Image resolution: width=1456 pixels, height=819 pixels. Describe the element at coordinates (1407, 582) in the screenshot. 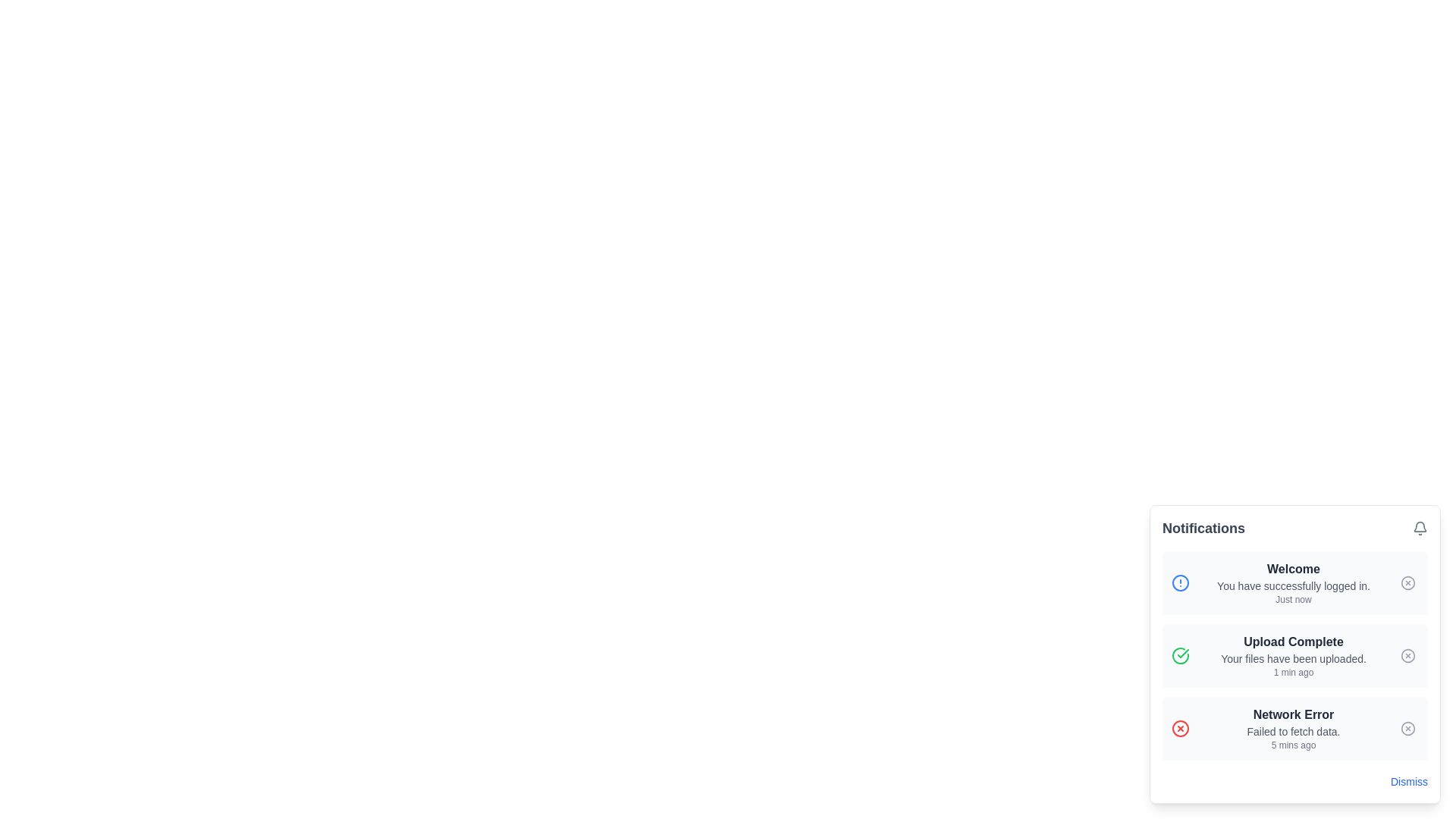

I see `the small, circular gray button with an 'X' symbol in the top-right corner of the 'Welcome' notification card` at that location.